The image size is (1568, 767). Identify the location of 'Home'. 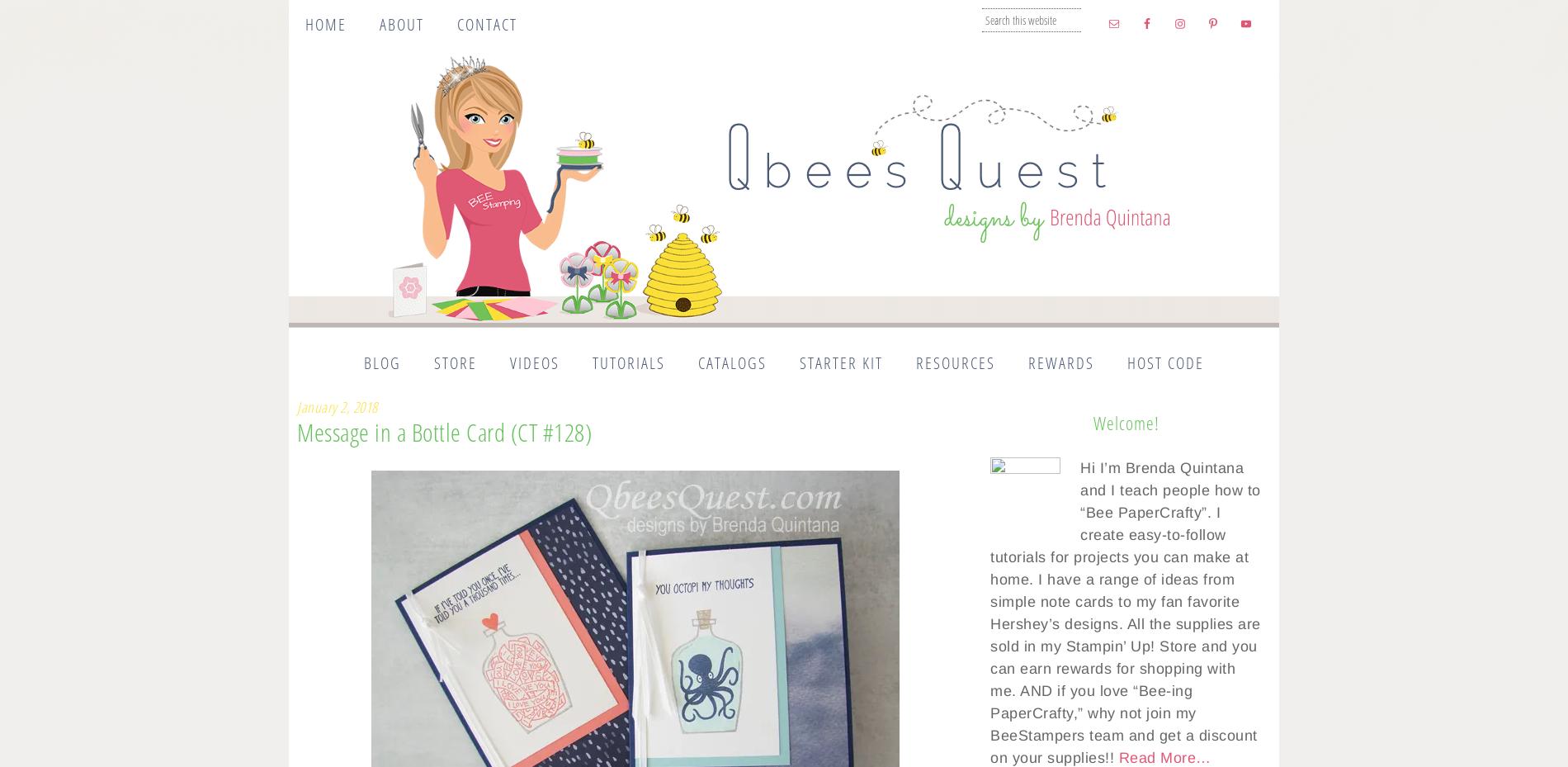
(304, 23).